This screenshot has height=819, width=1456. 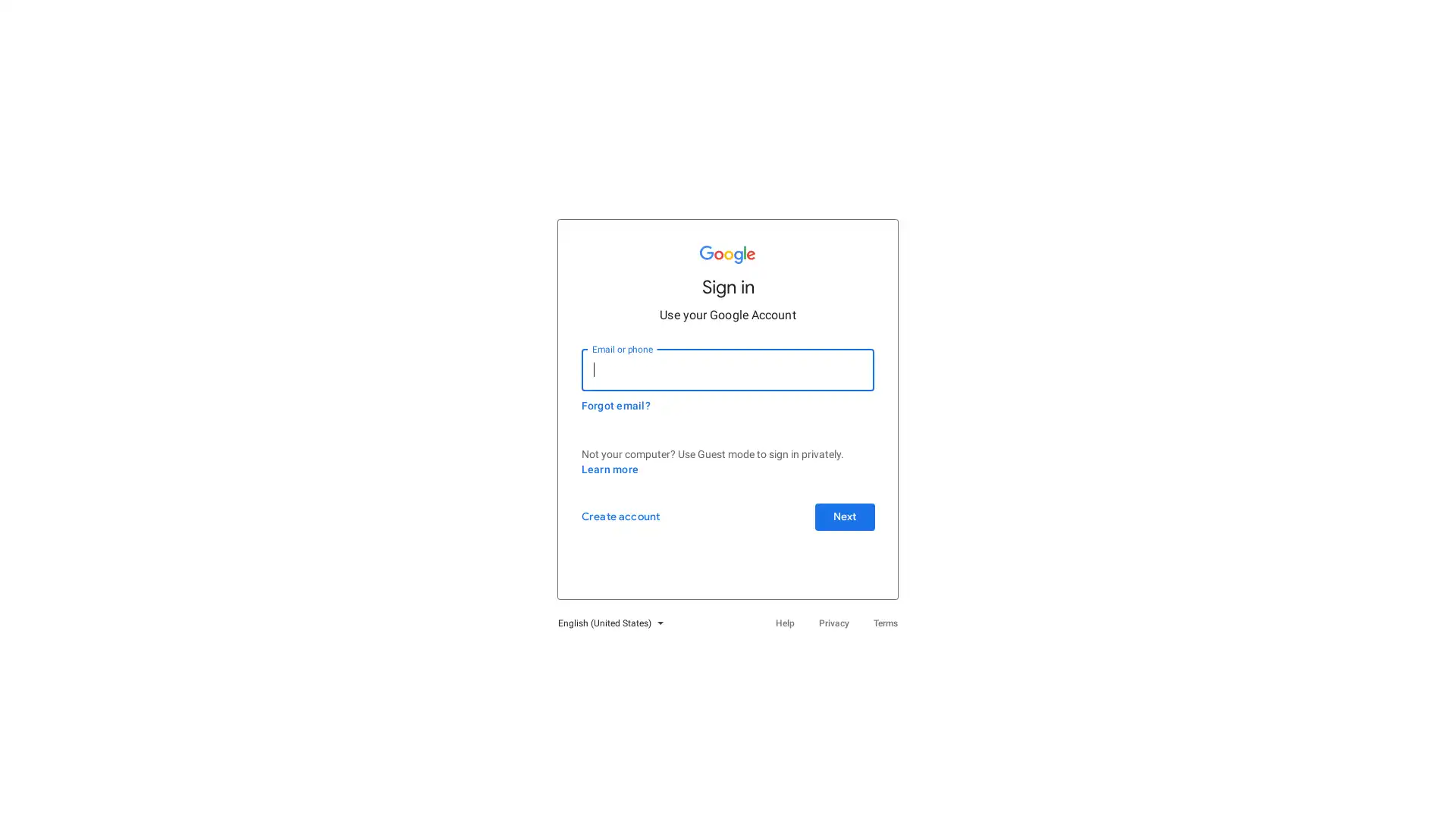 I want to click on Next, so click(x=836, y=526).